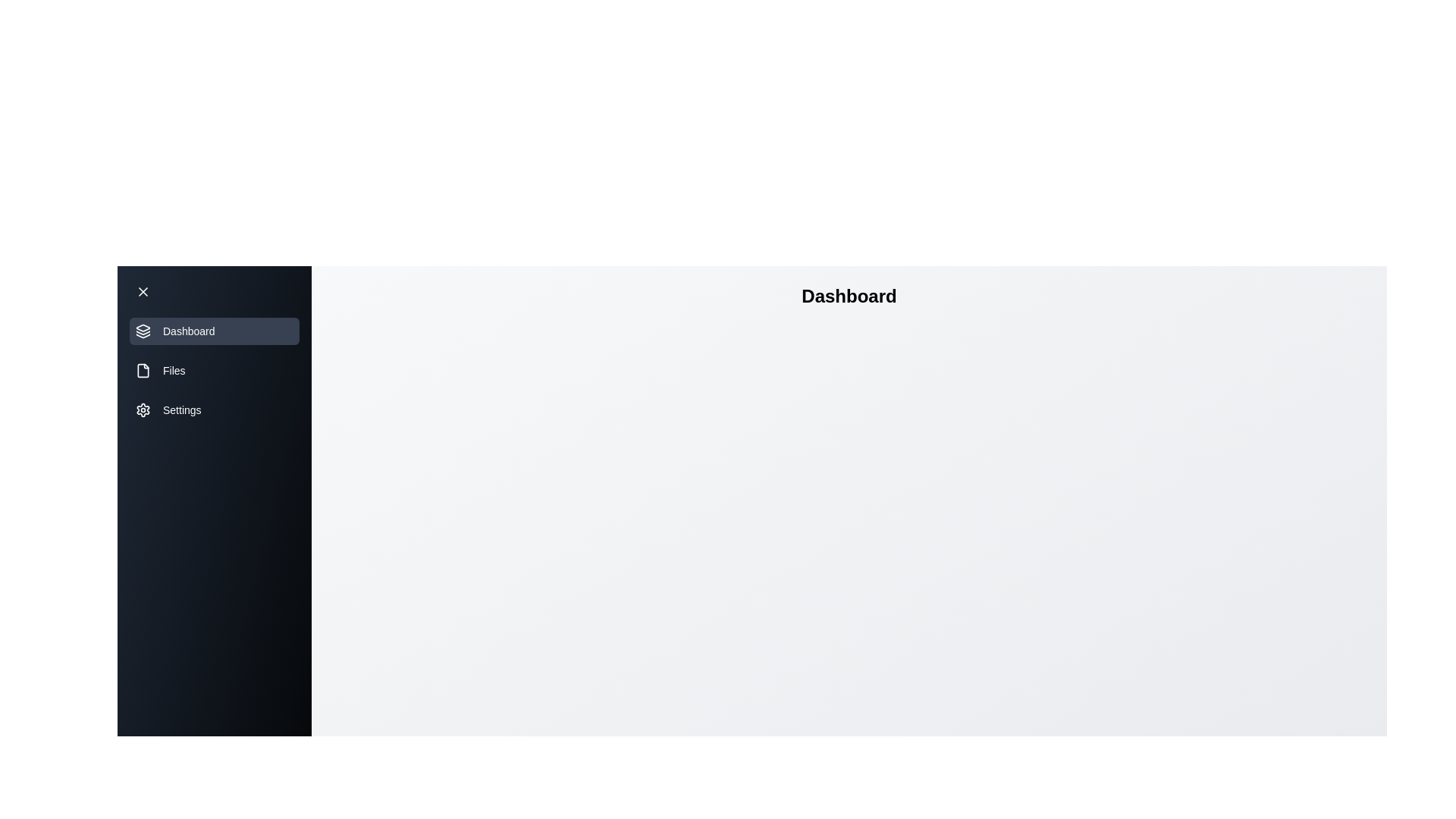 This screenshot has width=1456, height=819. I want to click on the toggle button to change the state of the drawer, so click(143, 292).